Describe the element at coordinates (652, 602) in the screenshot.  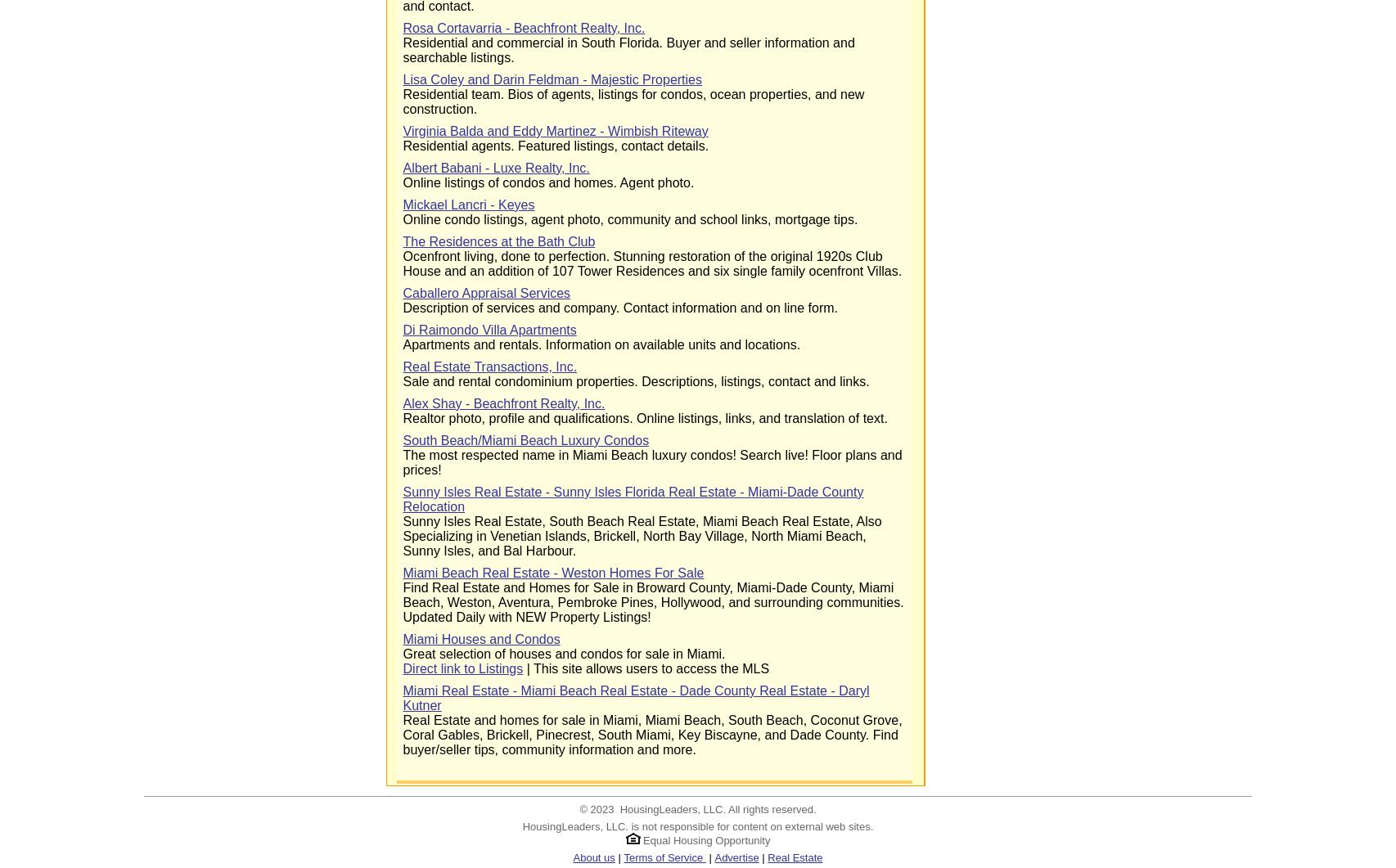
I see `'Find Real Estate and Homes for Sale in Broward County, Miami-Dade County, Miami Beach, Weston, Aventura, Pembroke Pines, Hollywood, and surrounding communities.  Updated Daily with NEW Property Listings!'` at that location.